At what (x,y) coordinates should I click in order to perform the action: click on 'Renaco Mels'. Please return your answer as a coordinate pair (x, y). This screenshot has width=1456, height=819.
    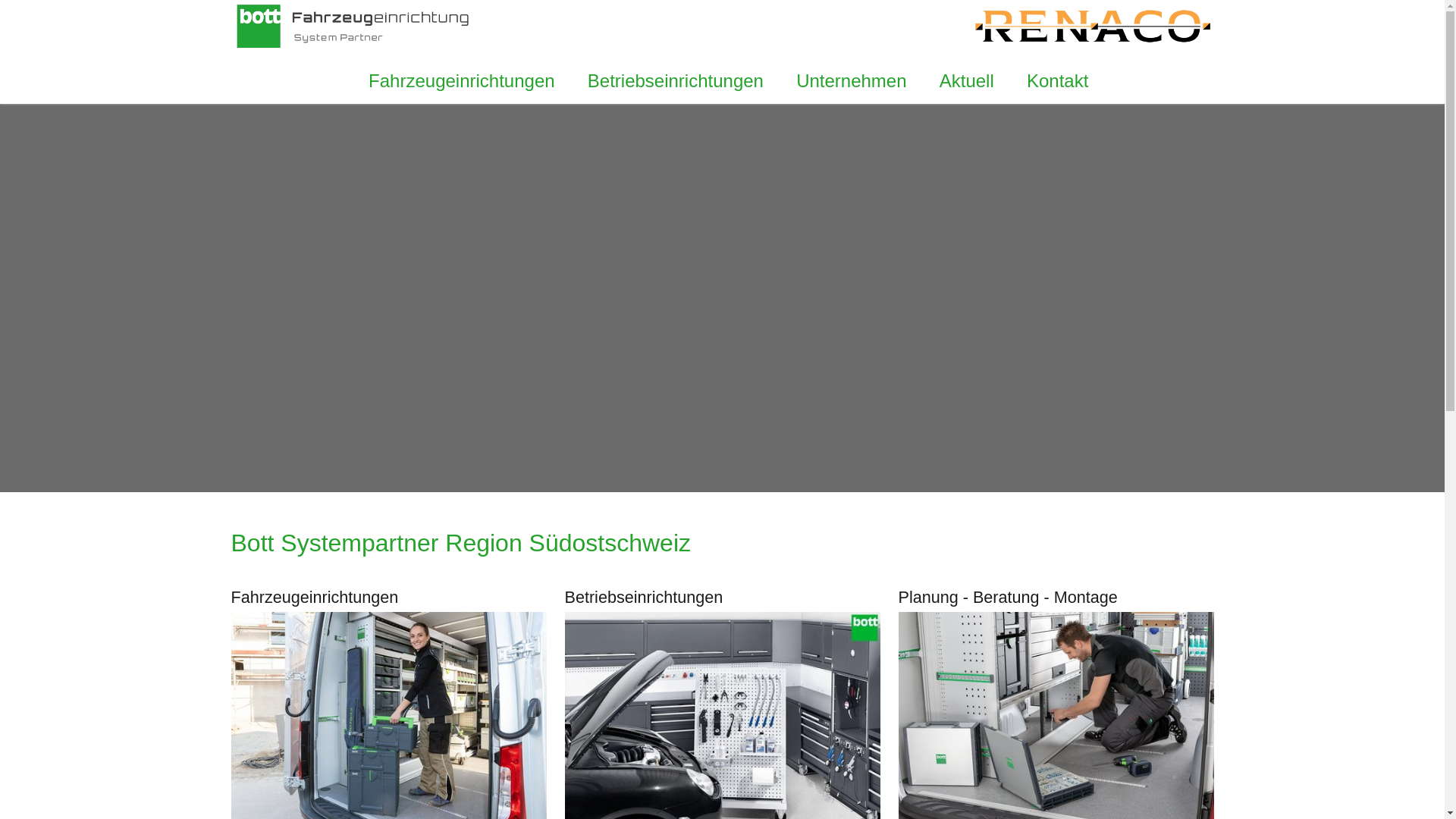
    Looking at the image, I should click on (1092, 26).